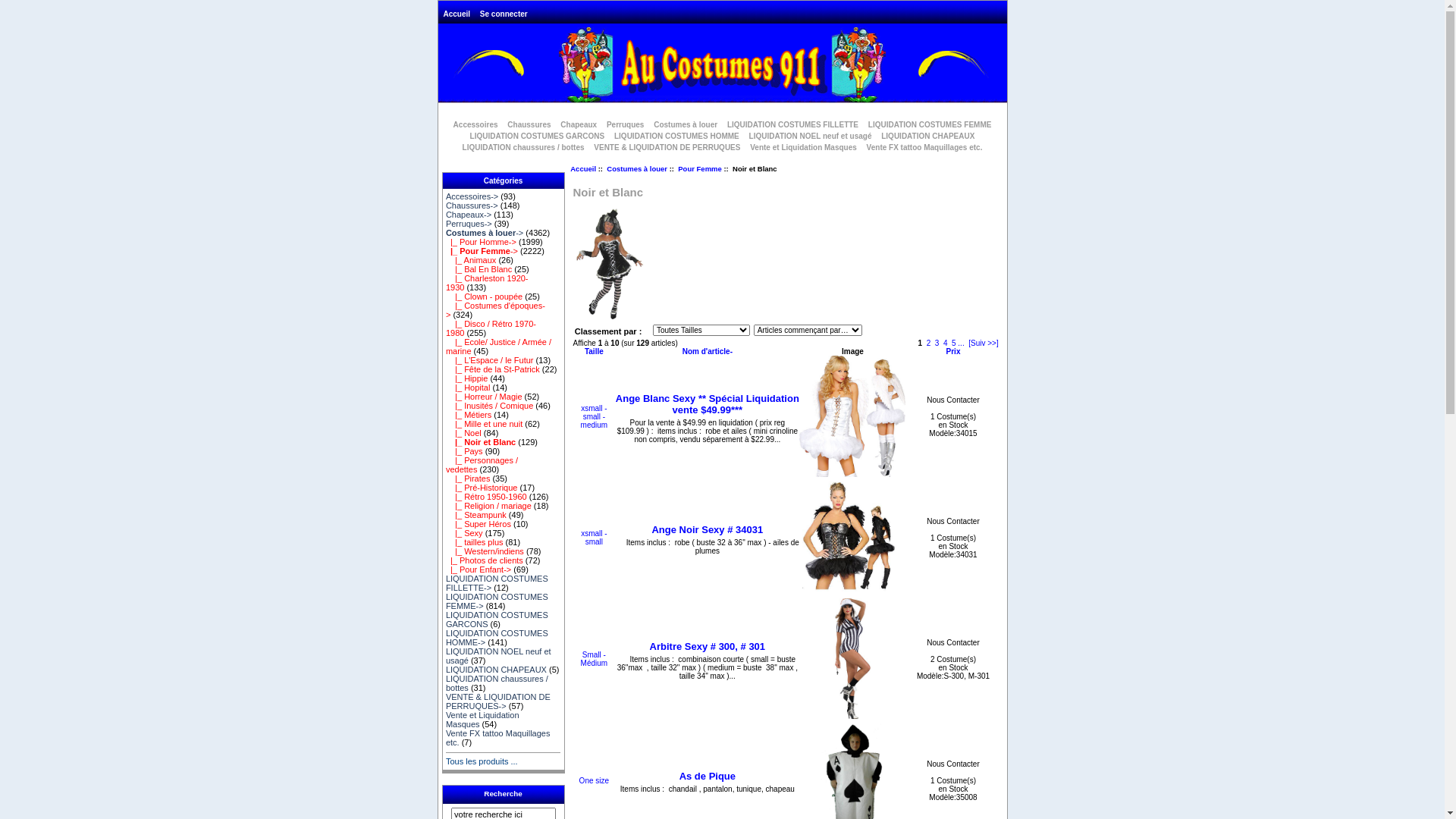  I want to click on '    |_ Religion / mariage', so click(445, 506).